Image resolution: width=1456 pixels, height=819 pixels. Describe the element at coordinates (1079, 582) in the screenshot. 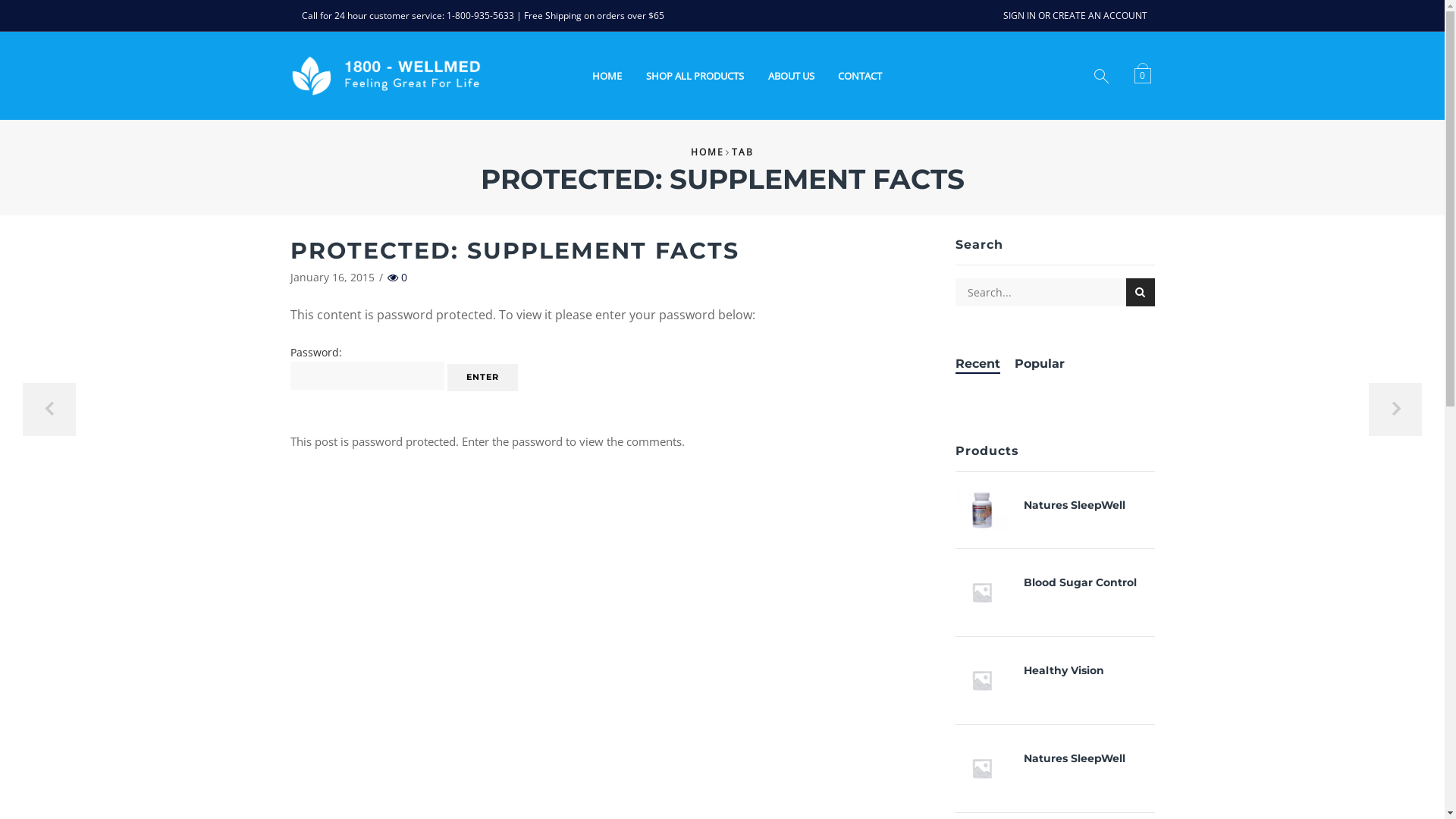

I see `'Blood Sugar Control'` at that location.